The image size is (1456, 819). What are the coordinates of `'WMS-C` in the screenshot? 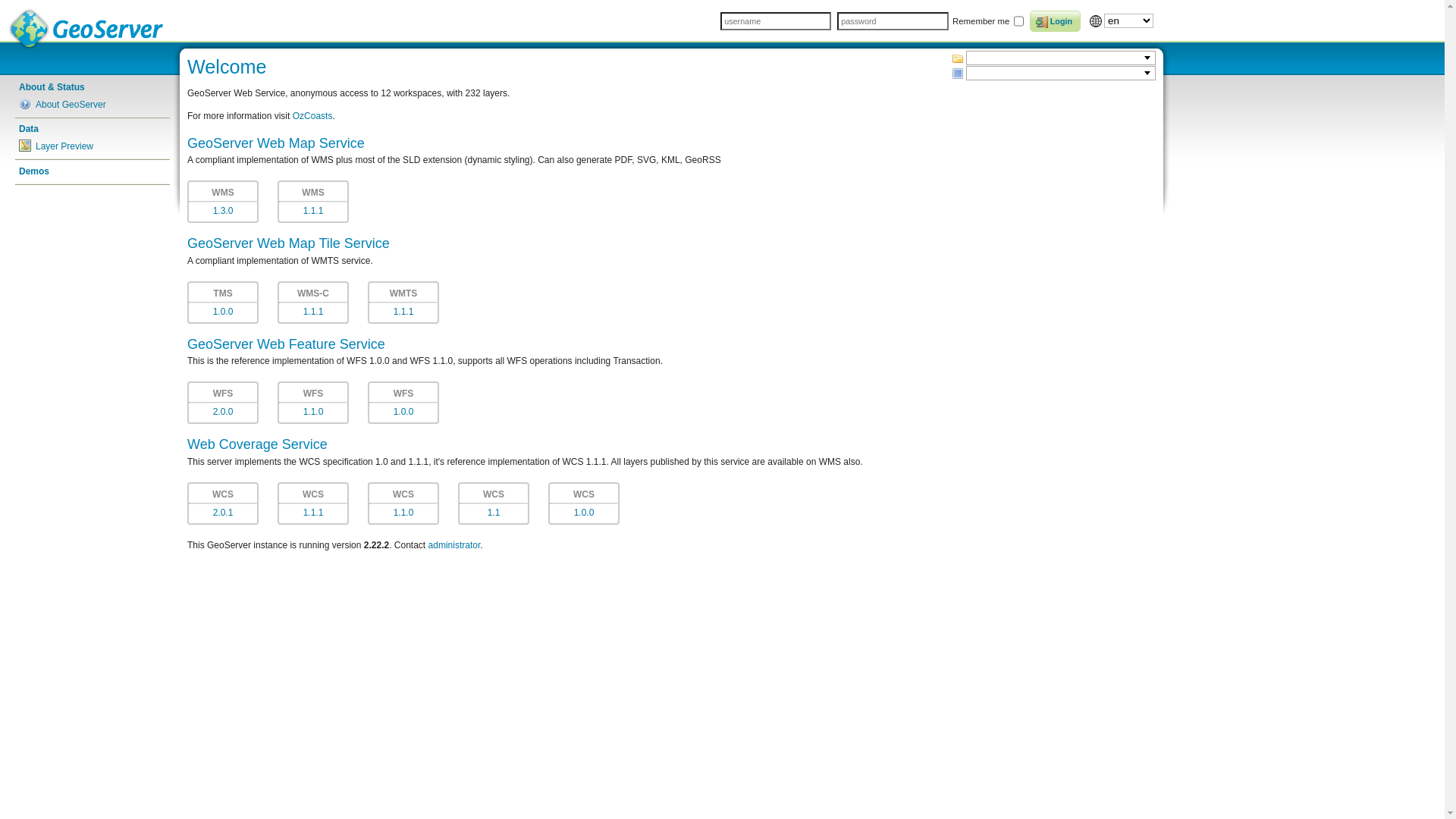 It's located at (312, 302).